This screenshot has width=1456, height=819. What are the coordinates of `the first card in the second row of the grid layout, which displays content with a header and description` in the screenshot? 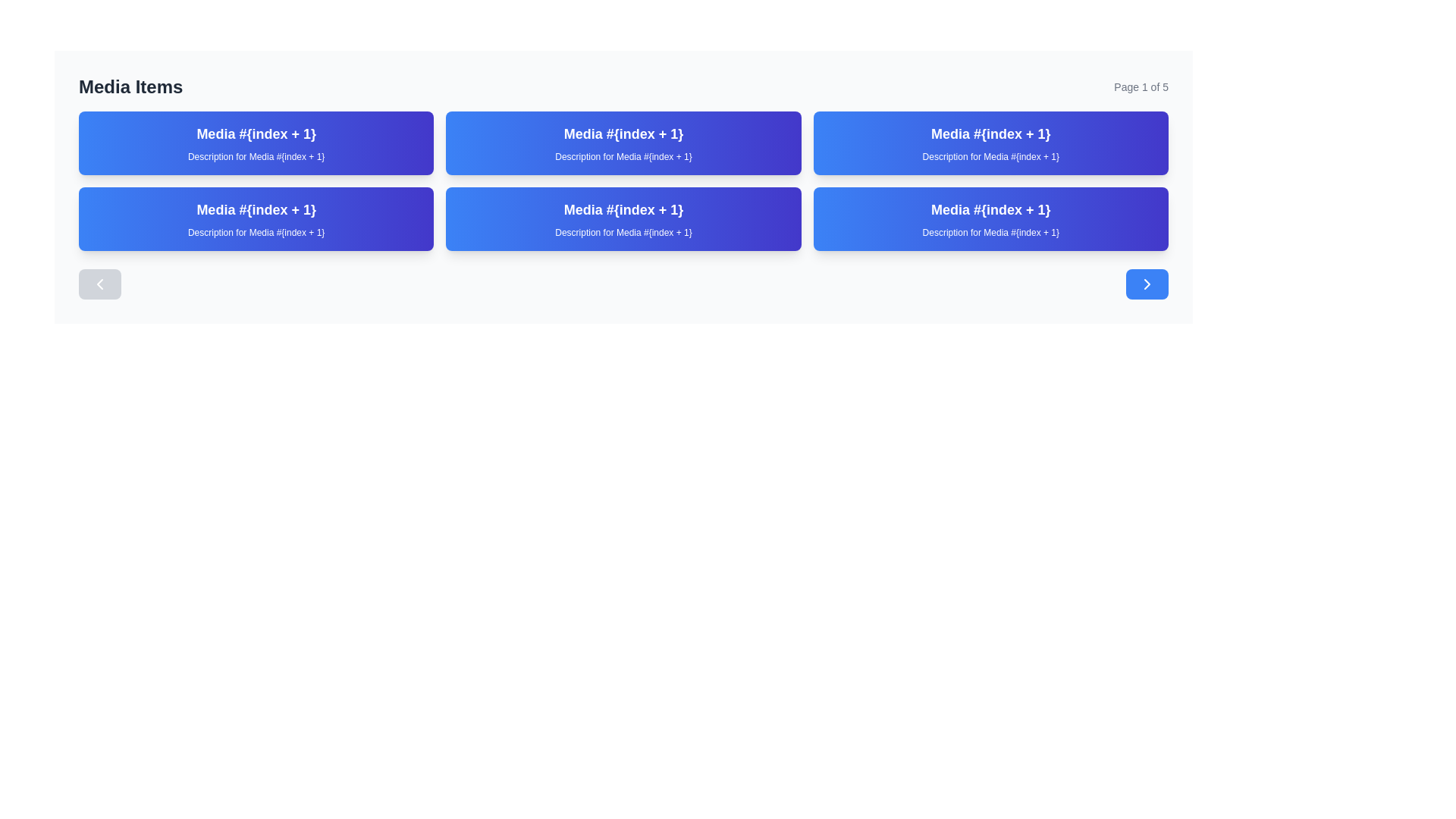 It's located at (256, 219).